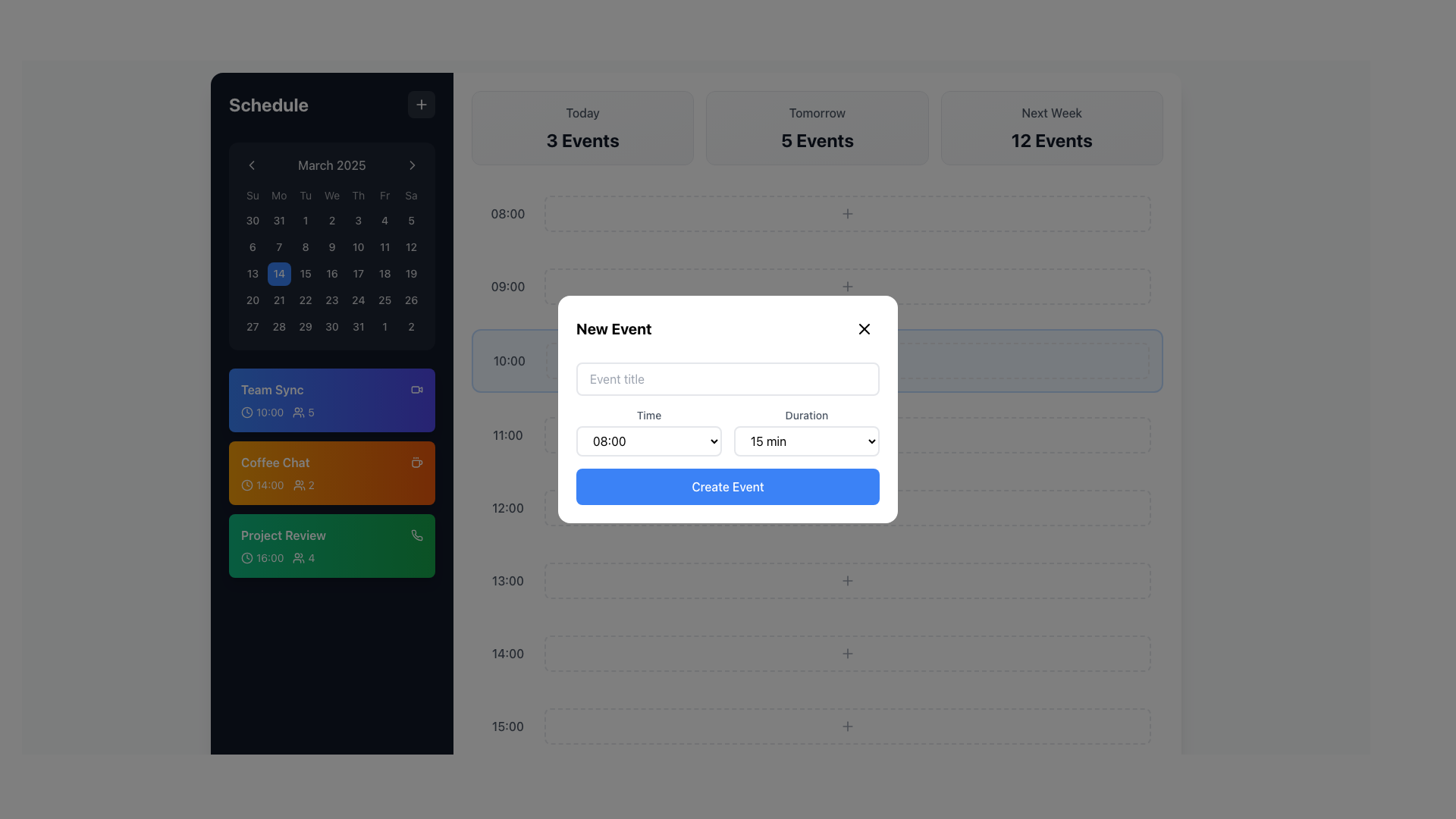 This screenshot has width=1456, height=819. What do you see at coordinates (422, 104) in the screenshot?
I see `the 'Add New Item' button located at the top-right corner of the 'Schedule' panel to observe hover effects` at bounding box center [422, 104].